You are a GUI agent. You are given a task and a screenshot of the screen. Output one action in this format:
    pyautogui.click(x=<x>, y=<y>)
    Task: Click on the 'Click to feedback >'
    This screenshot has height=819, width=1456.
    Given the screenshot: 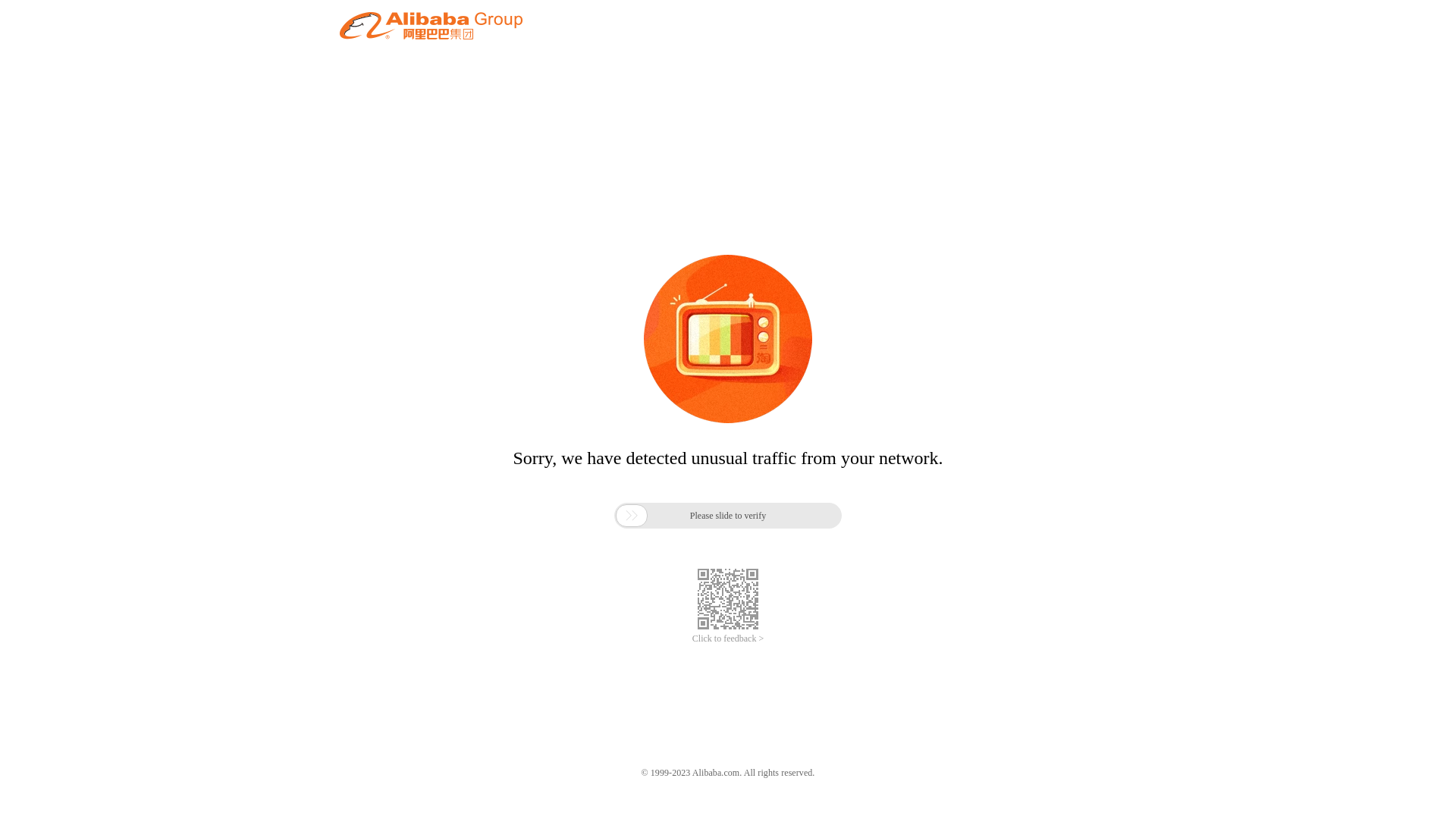 What is the action you would take?
    pyautogui.click(x=728, y=639)
    